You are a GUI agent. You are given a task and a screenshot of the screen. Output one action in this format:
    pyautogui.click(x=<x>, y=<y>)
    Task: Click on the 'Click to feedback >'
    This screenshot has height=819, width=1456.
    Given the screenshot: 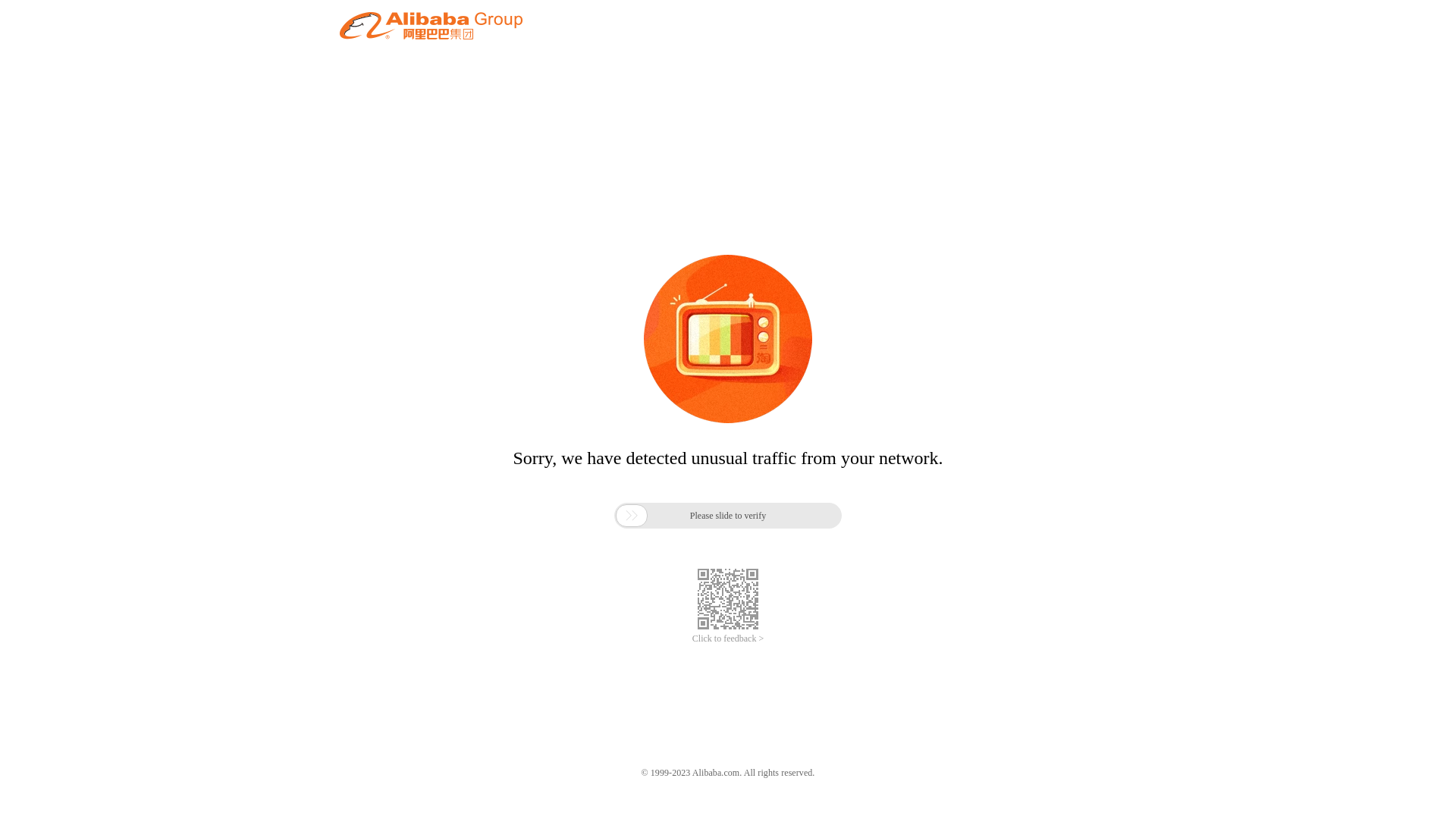 What is the action you would take?
    pyautogui.click(x=728, y=639)
    